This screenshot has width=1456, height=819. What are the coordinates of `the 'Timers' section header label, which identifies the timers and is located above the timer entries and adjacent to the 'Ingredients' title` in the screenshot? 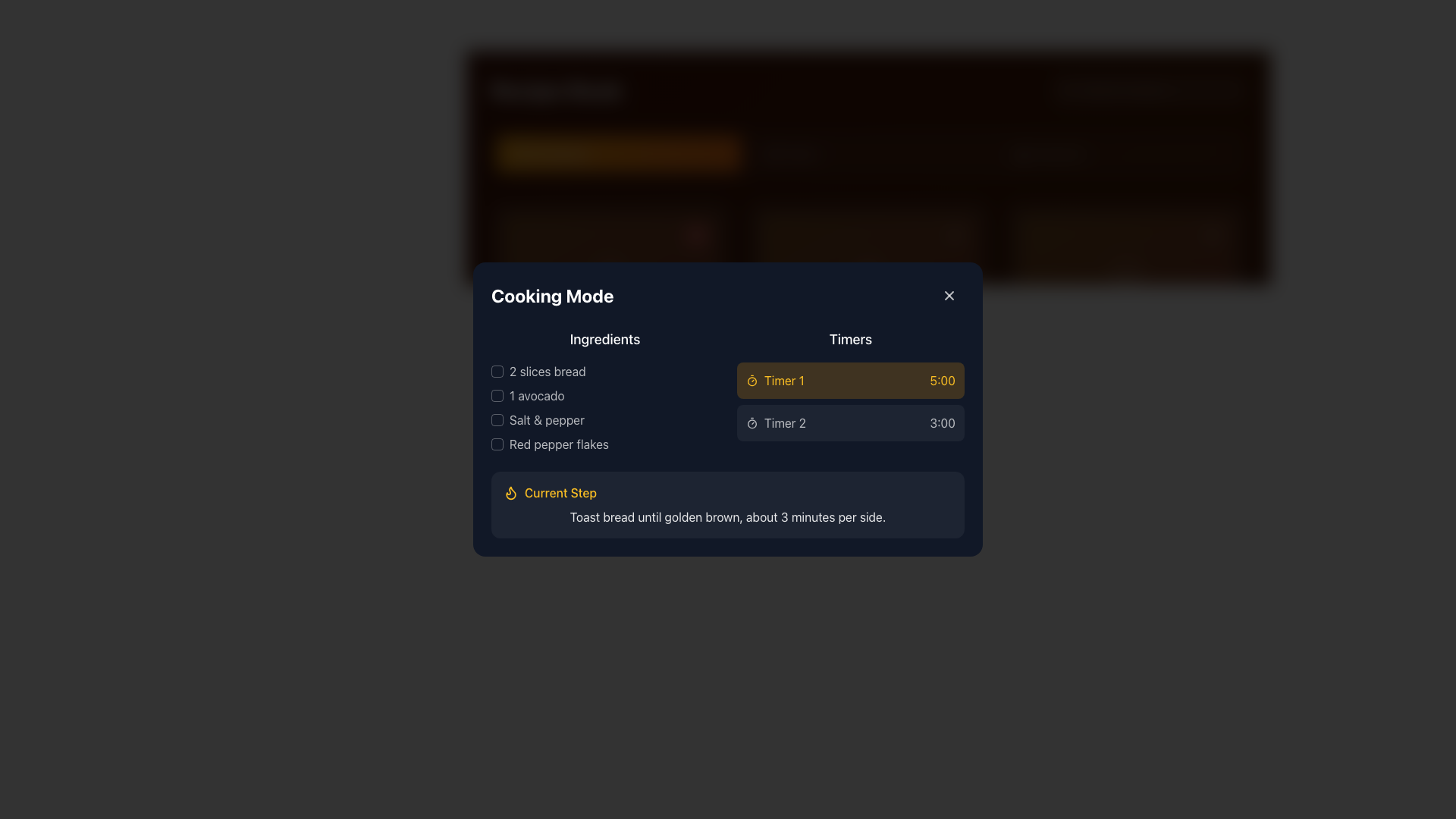 It's located at (868, 359).